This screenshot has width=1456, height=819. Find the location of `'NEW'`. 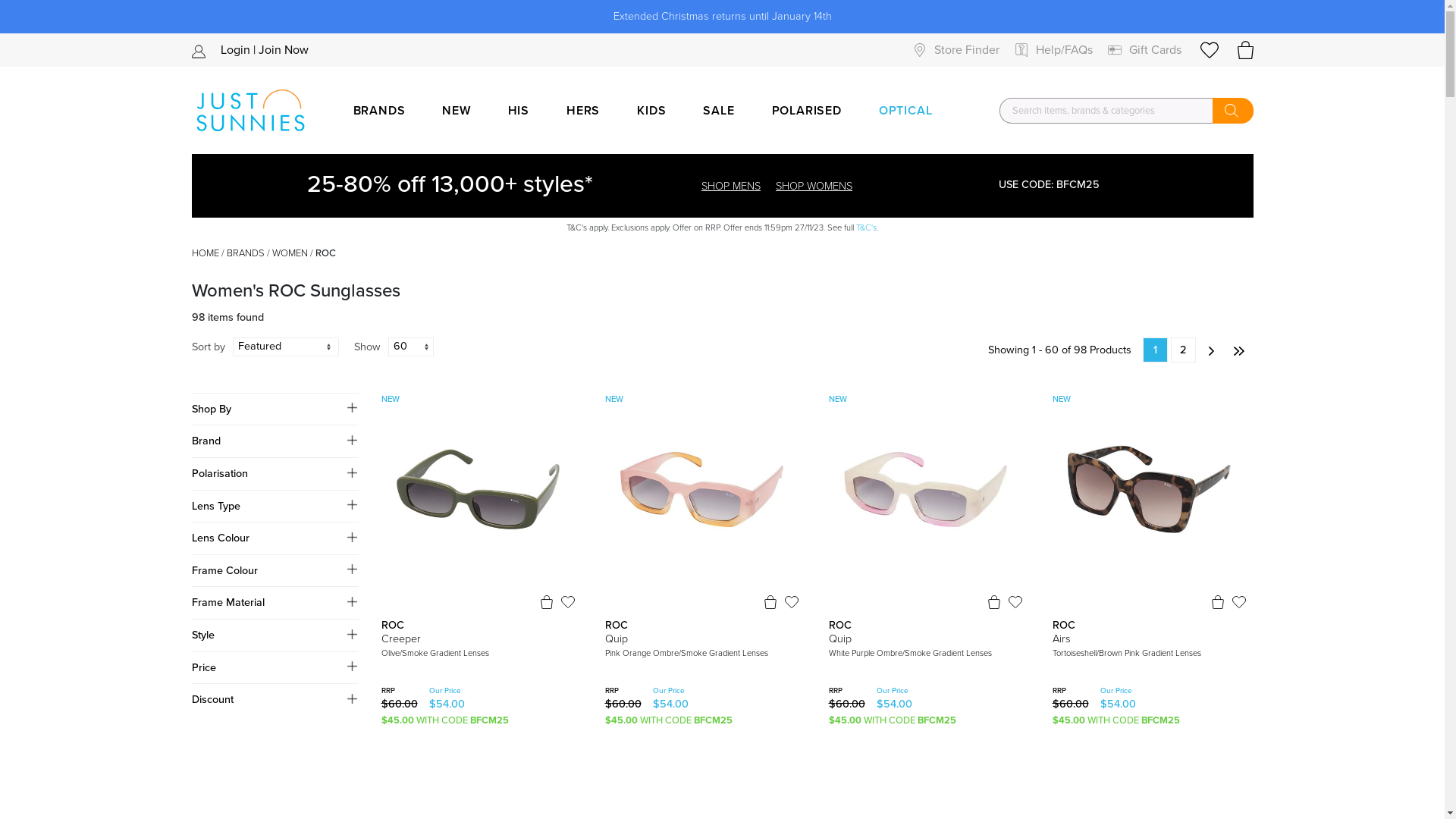

'NEW' is located at coordinates (455, 109).